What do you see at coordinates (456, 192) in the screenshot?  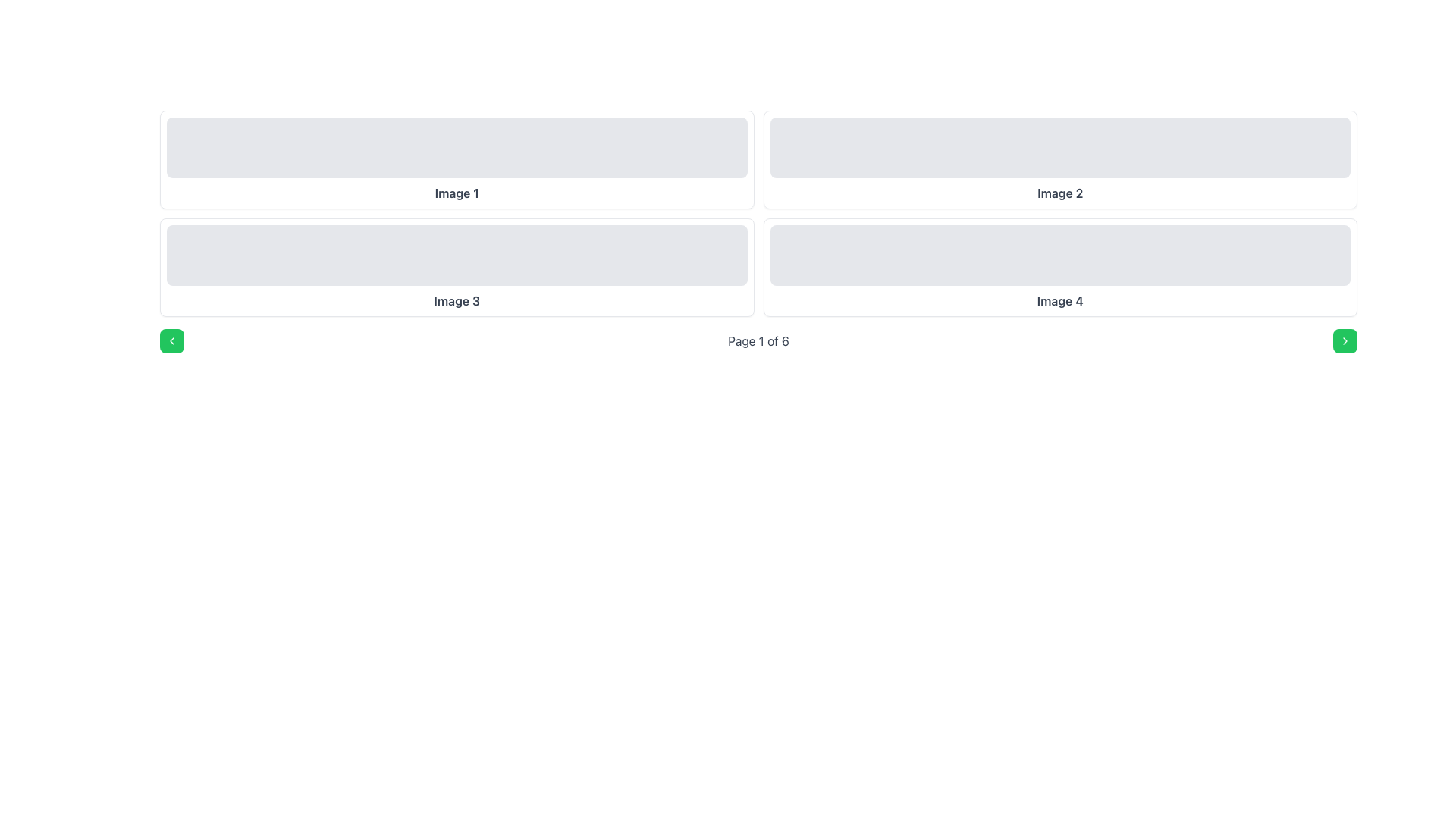 I see `displayed text from the centrally positioned Text Label that identifies the content of the image section` at bounding box center [456, 192].